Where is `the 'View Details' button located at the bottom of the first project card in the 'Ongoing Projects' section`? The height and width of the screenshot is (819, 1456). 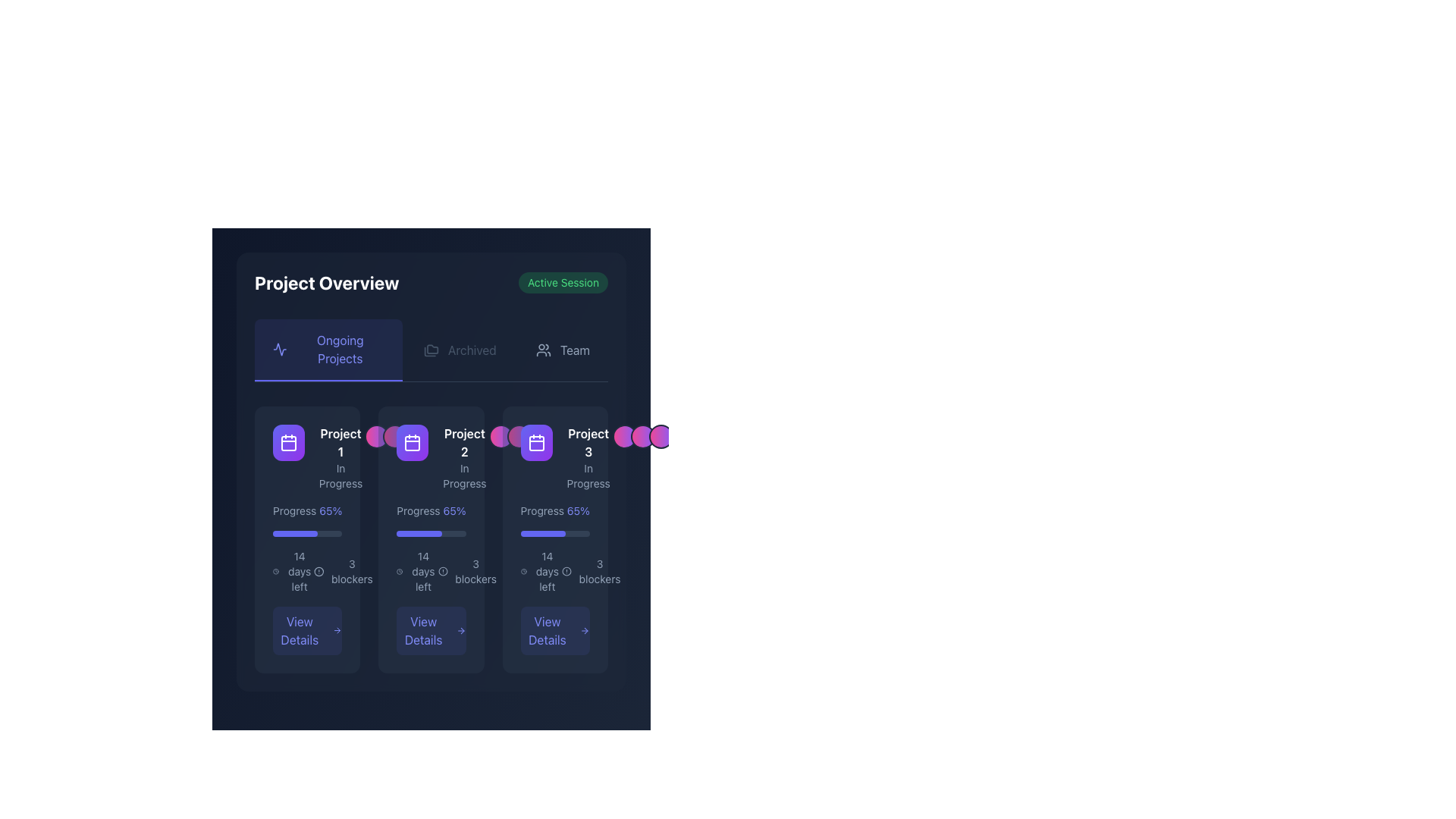
the 'View Details' button located at the bottom of the first project card in the 'Ongoing Projects' section is located at coordinates (306, 631).